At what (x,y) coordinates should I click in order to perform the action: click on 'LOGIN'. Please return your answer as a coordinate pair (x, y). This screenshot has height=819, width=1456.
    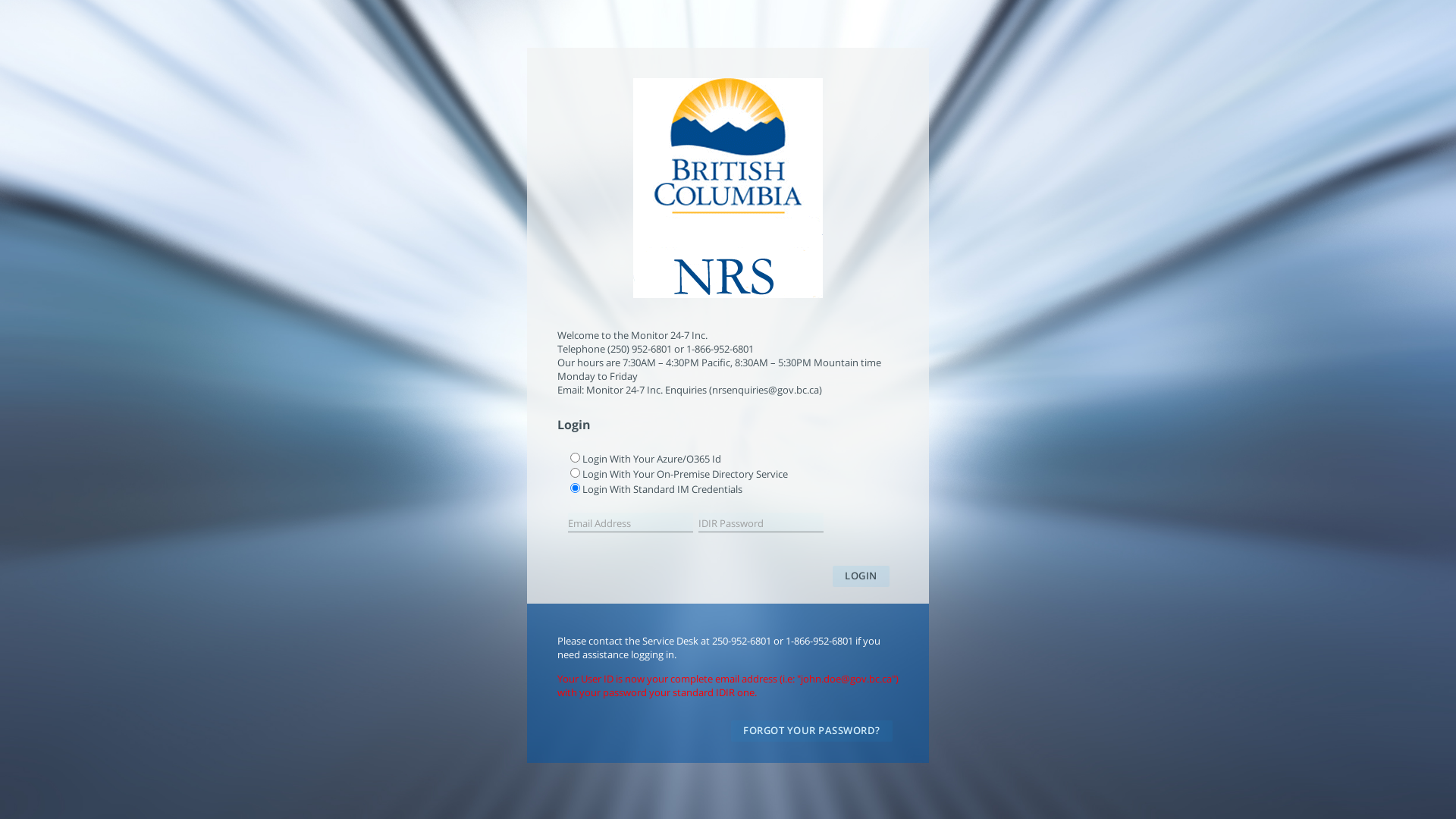
    Looking at the image, I should click on (861, 576).